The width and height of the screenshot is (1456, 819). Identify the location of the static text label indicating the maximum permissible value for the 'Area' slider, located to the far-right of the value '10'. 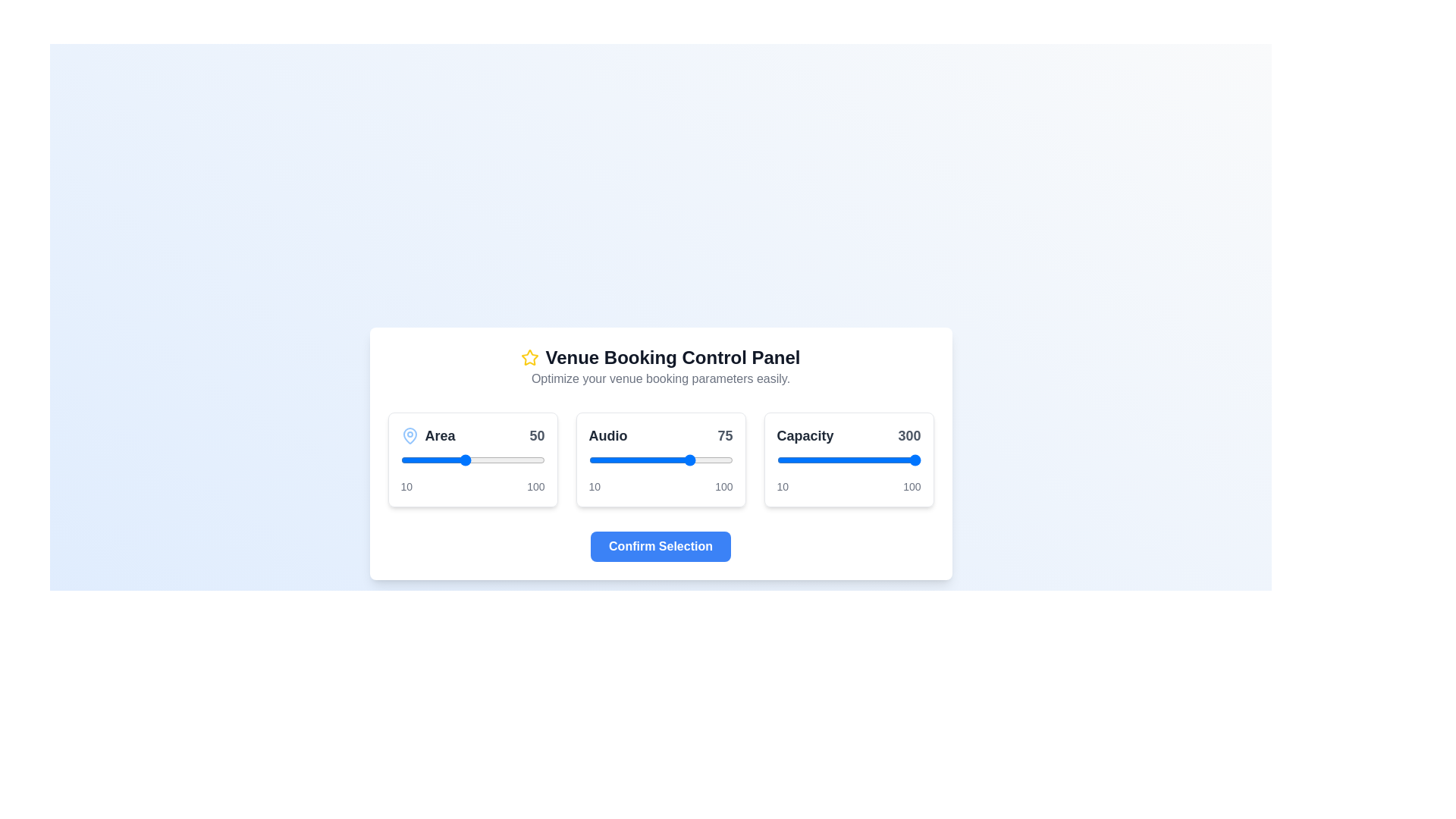
(535, 486).